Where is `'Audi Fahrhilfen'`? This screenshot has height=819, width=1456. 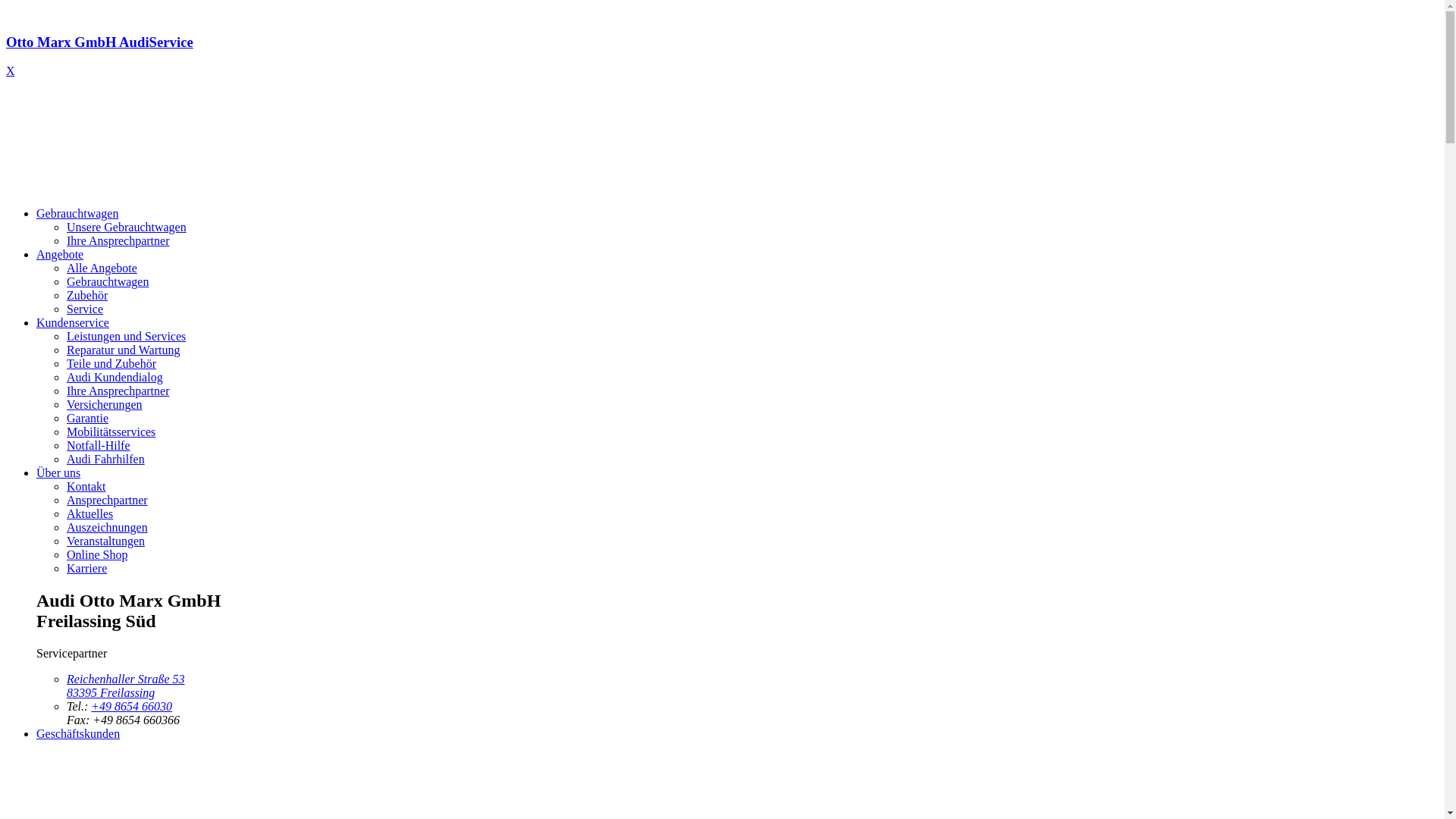
'Audi Fahrhilfen' is located at coordinates (65, 458).